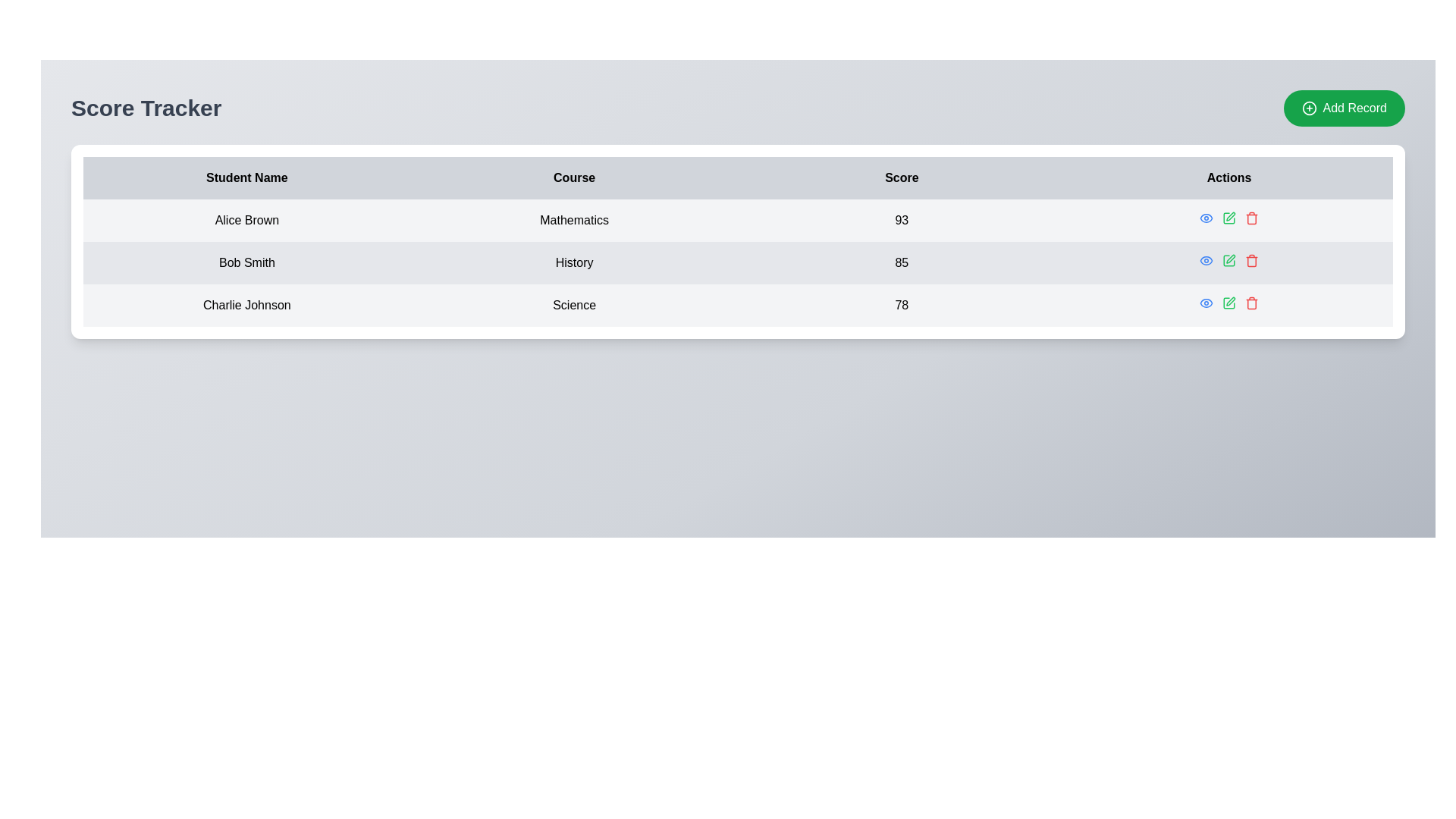 This screenshot has height=819, width=1456. Describe the element at coordinates (1308, 107) in the screenshot. I see `the SVG Circle element that visually represents the boundary of an icon with a plus sign, located in the top-right corner of the user interface as part of the green 'Add Record' button` at that location.